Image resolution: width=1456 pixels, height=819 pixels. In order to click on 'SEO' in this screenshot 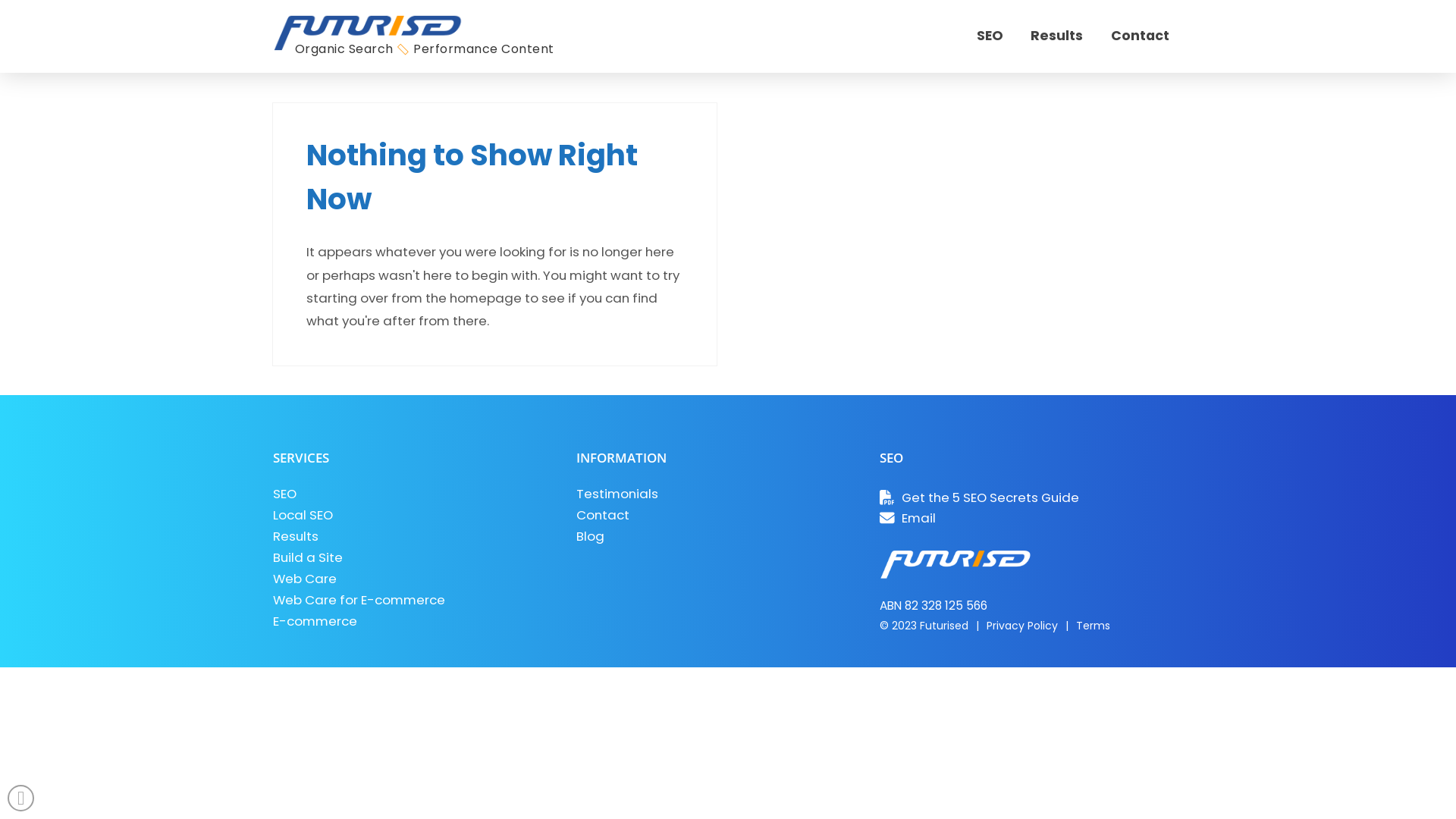, I will do `click(990, 35)`.